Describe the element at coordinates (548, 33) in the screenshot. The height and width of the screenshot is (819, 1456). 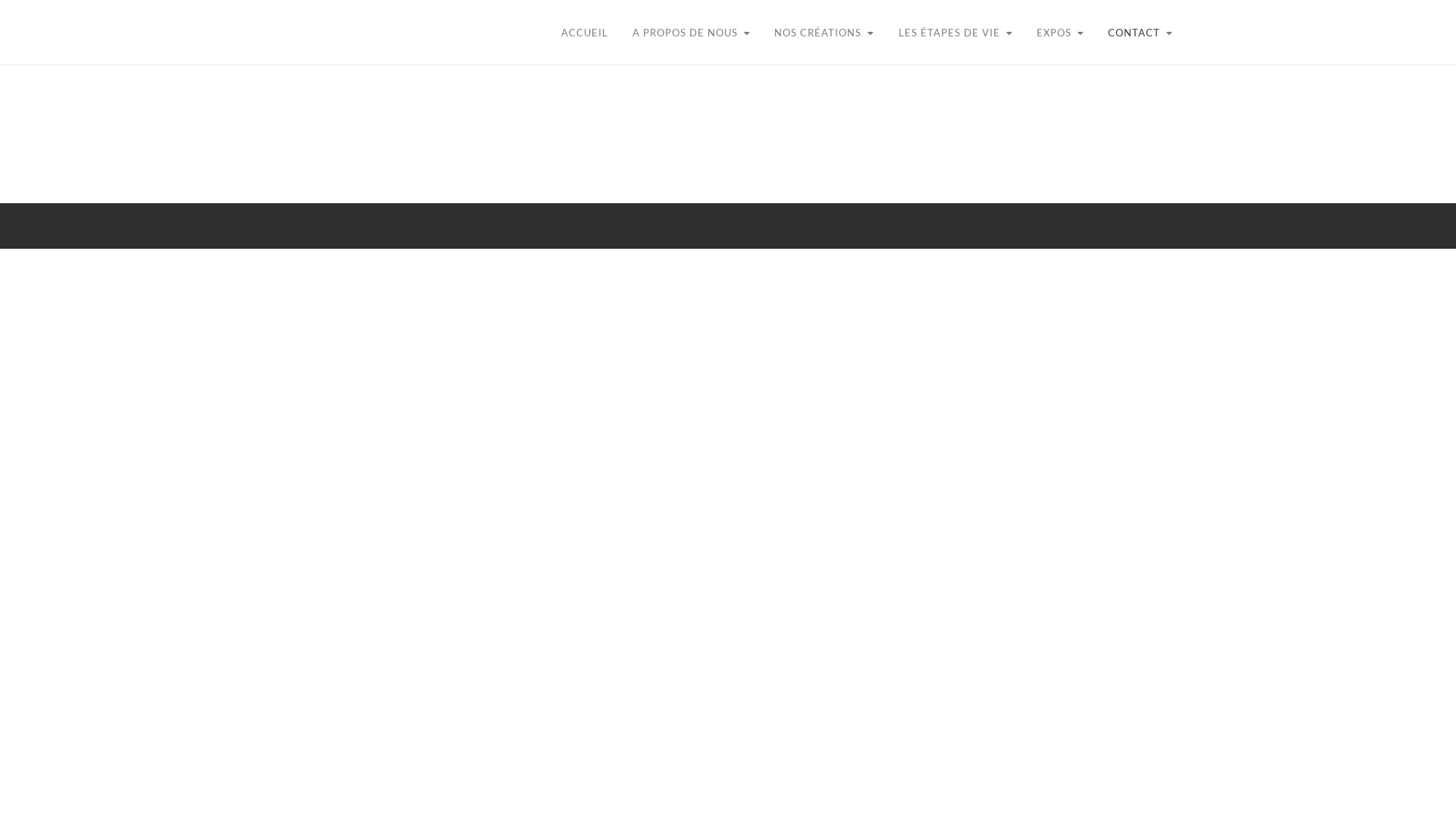
I see `'ACCUEIL'` at that location.